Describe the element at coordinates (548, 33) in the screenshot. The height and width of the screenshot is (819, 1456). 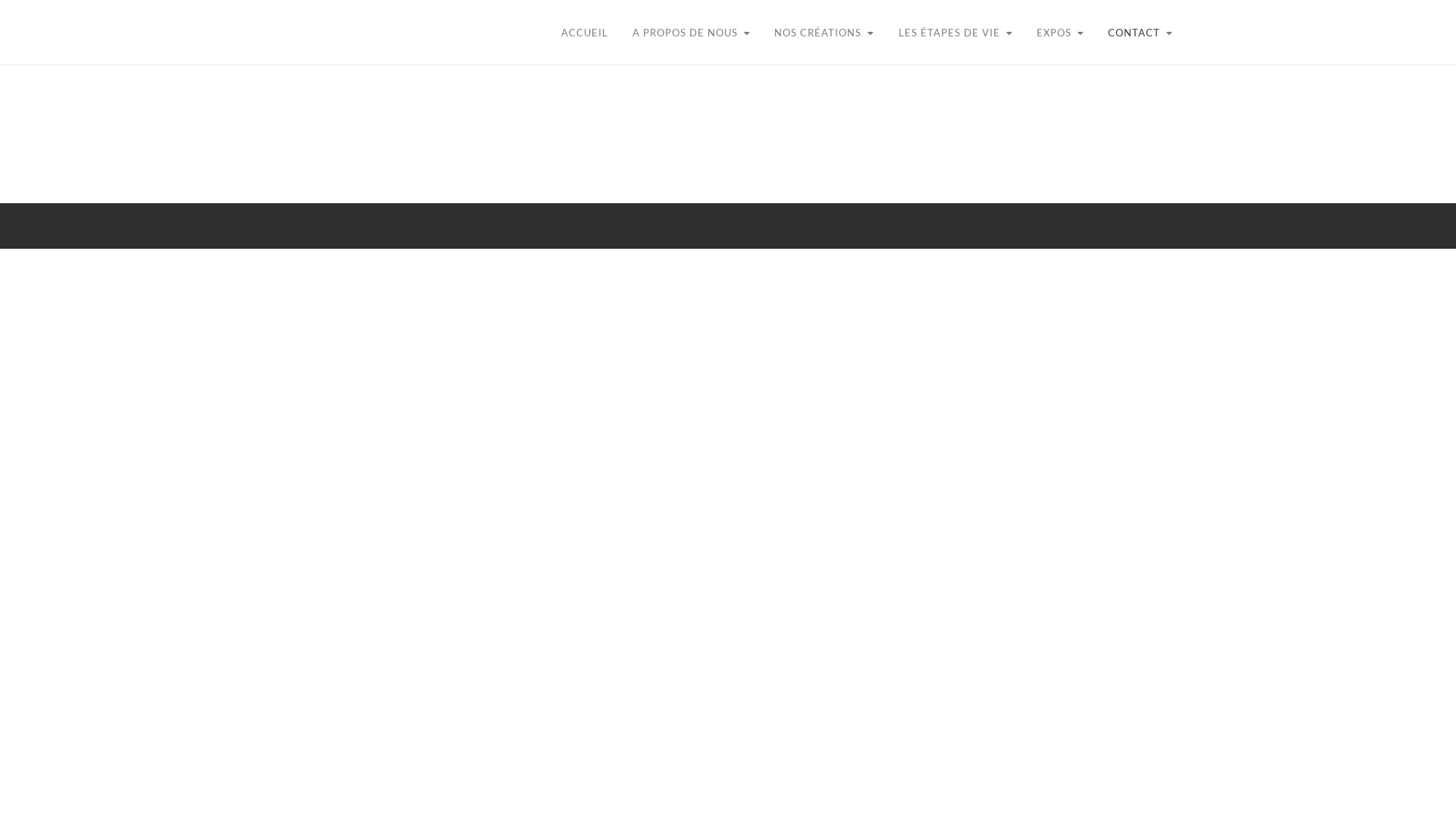
I see `'ACCUEIL'` at that location.